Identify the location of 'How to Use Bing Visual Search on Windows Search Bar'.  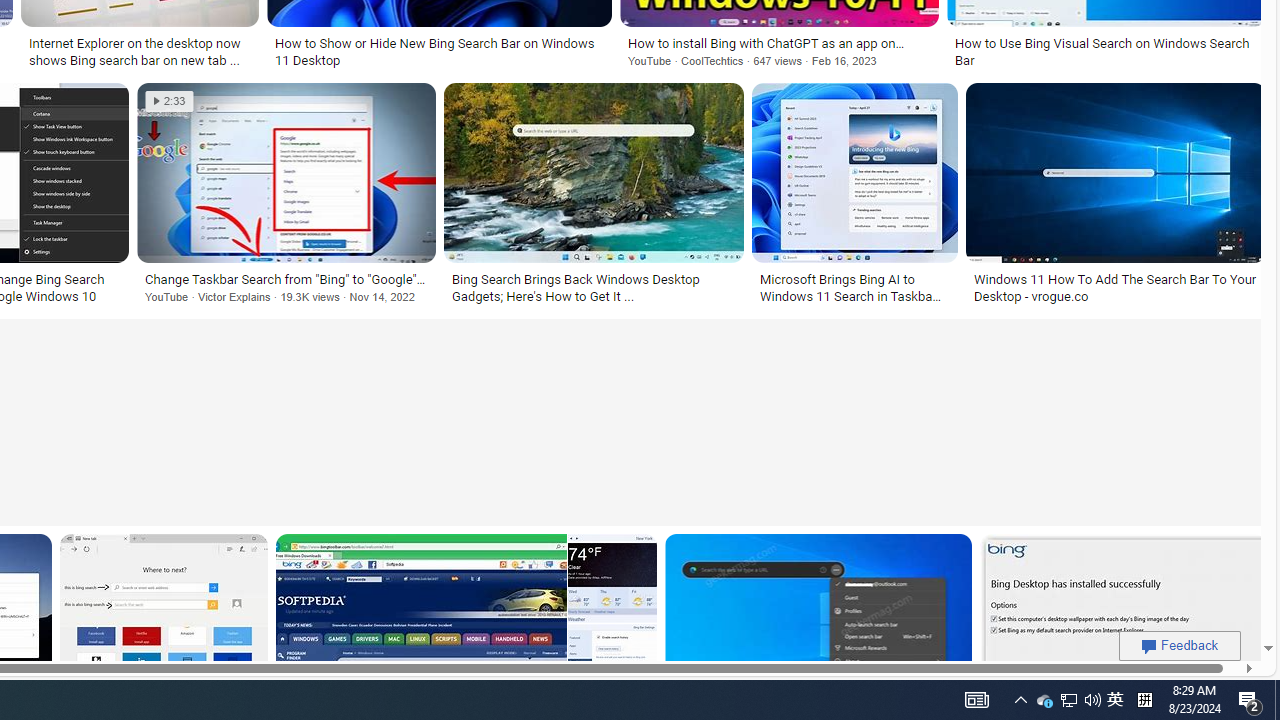
(1105, 51).